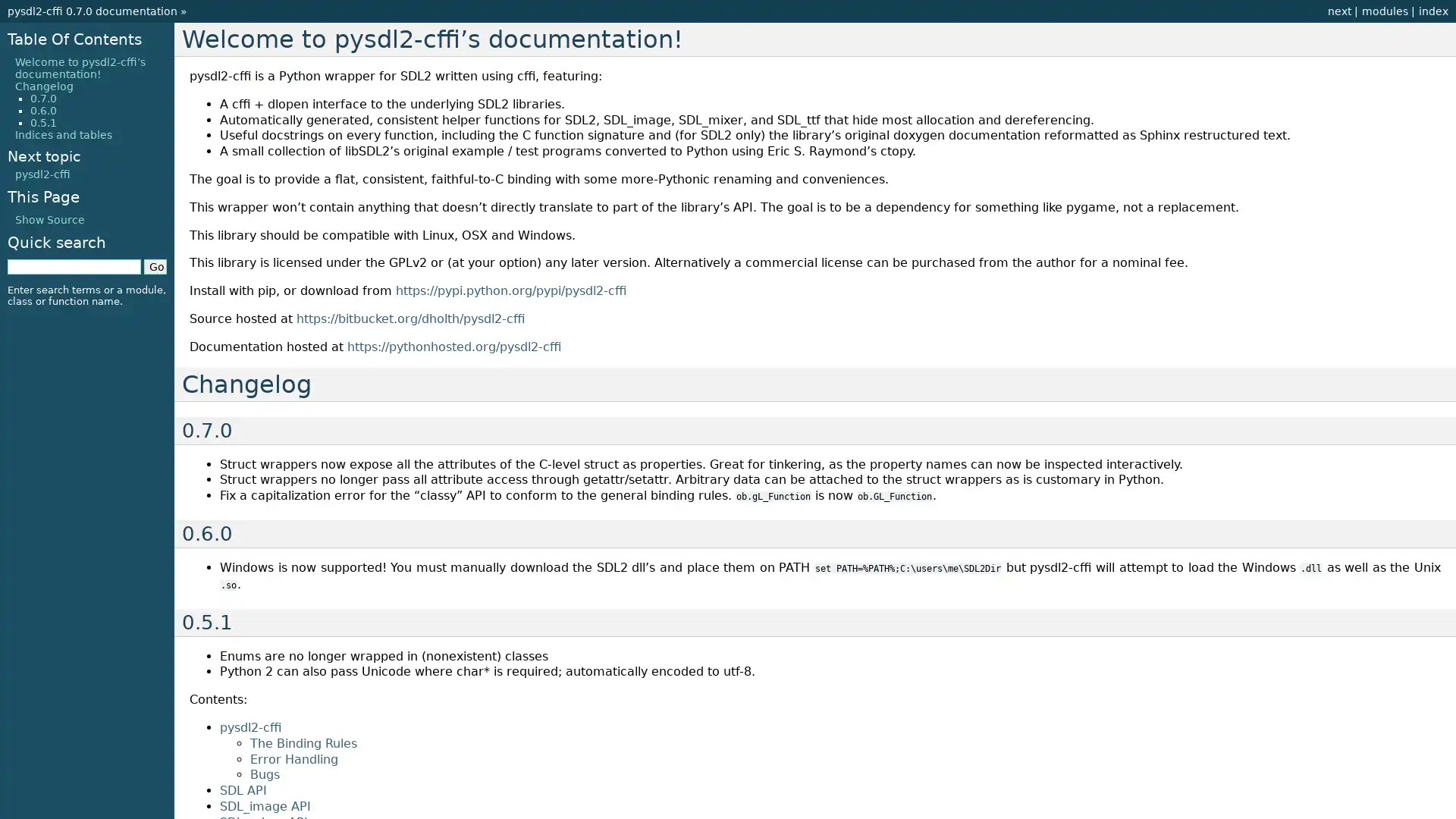 This screenshot has height=819, width=1456. I want to click on Go, so click(155, 265).